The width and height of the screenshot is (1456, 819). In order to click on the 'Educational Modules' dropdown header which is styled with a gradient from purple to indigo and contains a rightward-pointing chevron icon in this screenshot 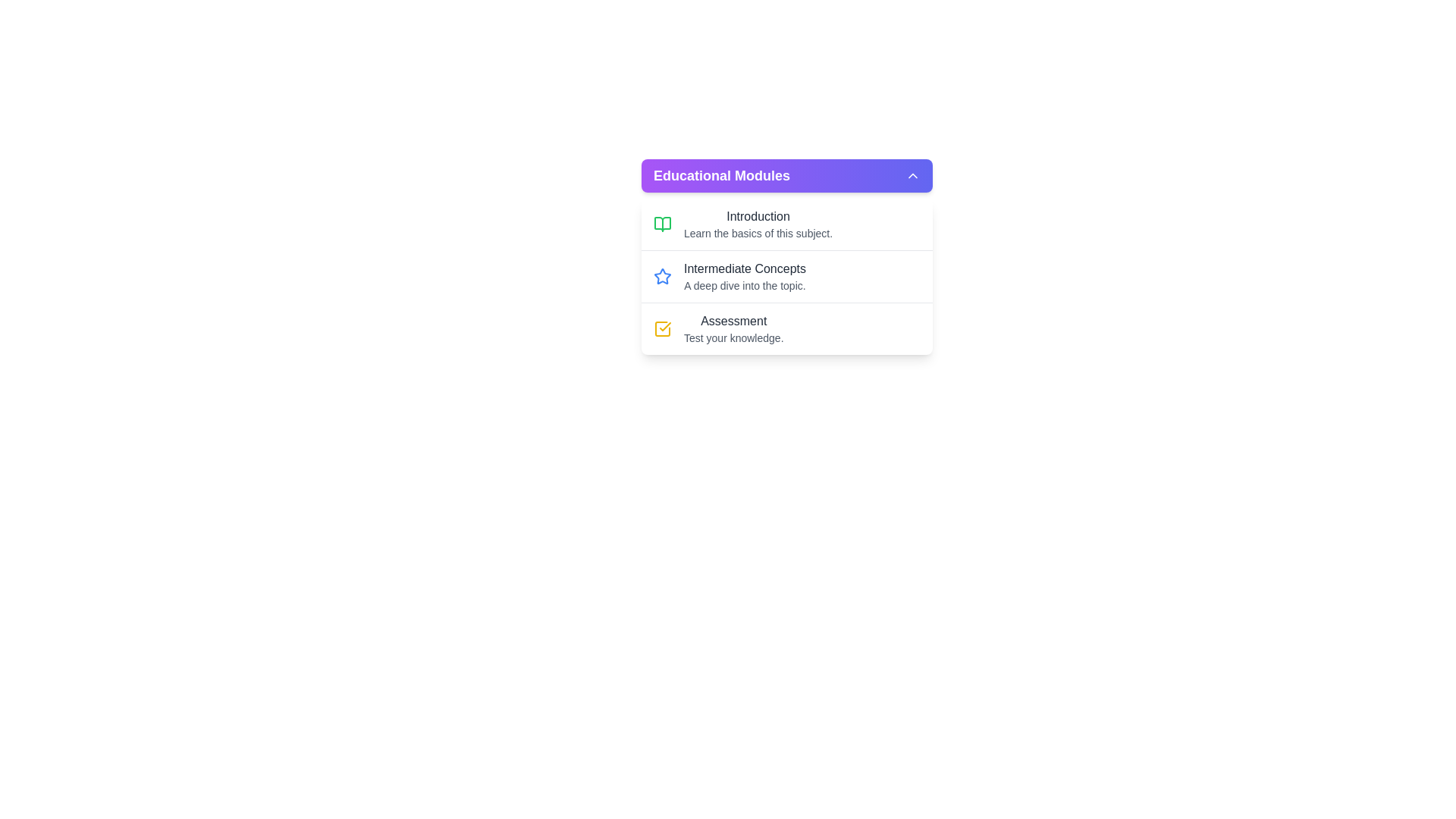, I will do `click(786, 174)`.